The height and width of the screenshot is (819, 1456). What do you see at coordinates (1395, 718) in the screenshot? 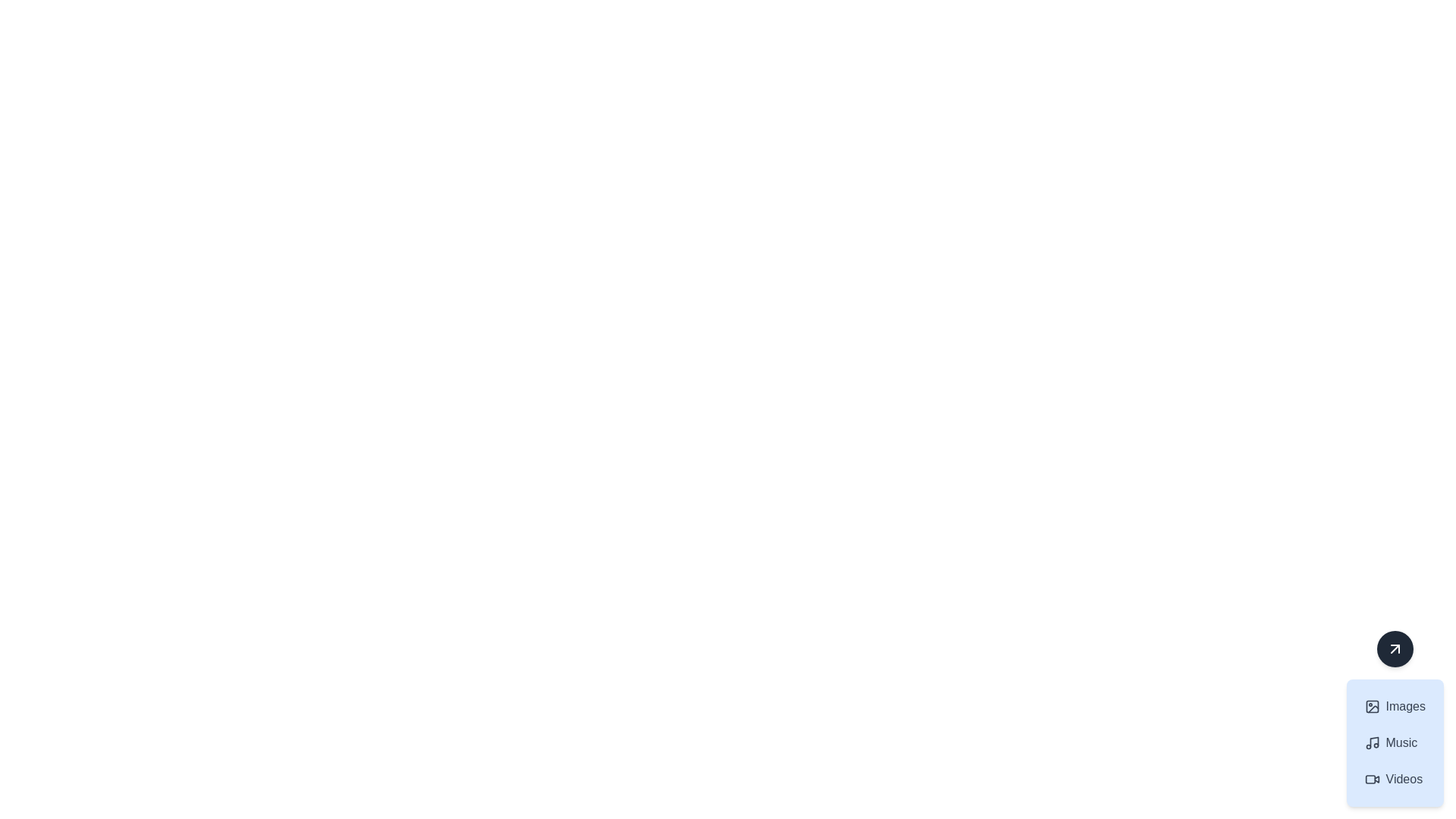
I see `the 'Images' button, which is the first entry in a vertical list with a light blue background and contains a picture frame icon on the left` at bounding box center [1395, 718].